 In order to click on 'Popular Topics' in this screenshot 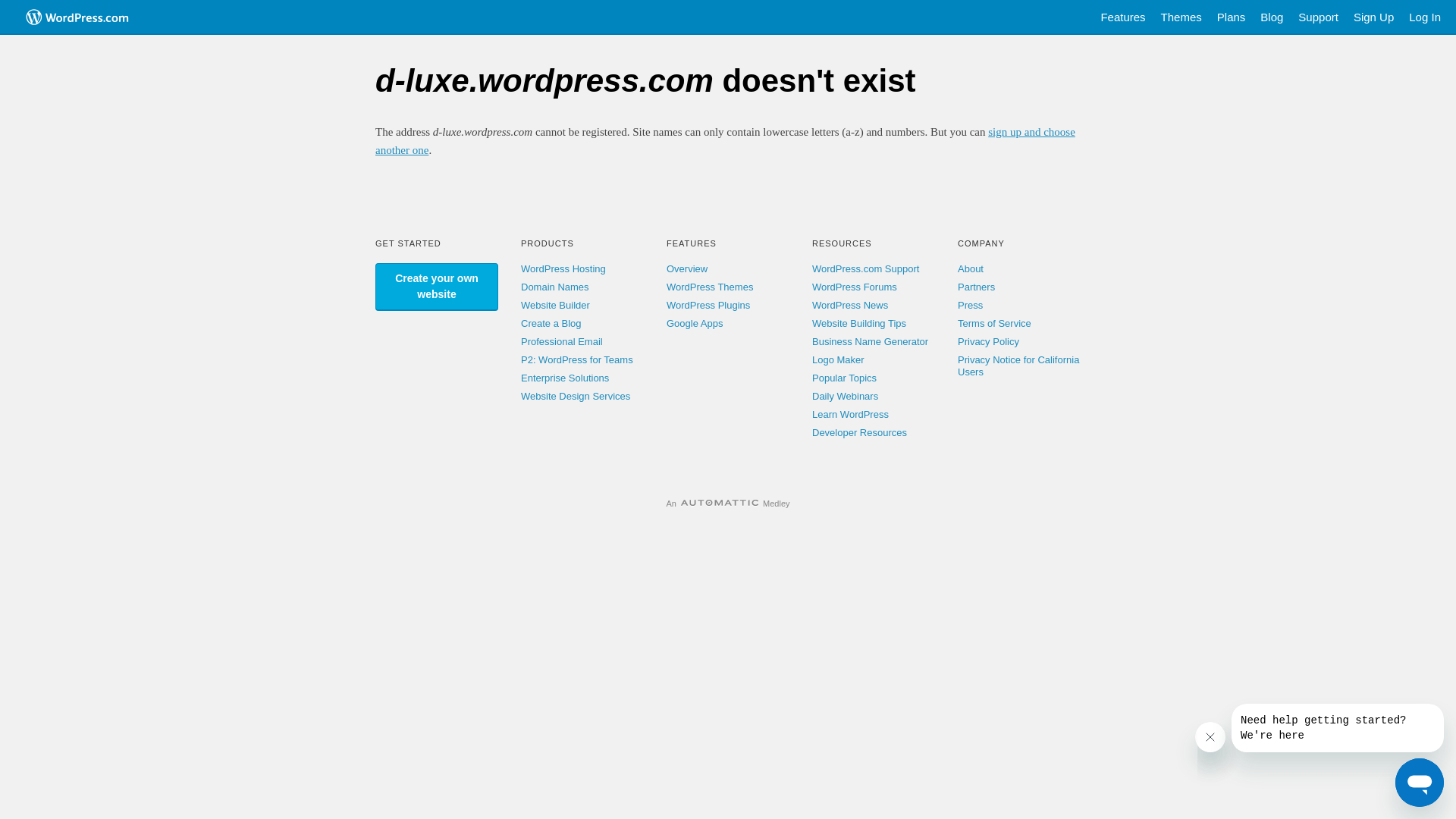, I will do `click(843, 377)`.